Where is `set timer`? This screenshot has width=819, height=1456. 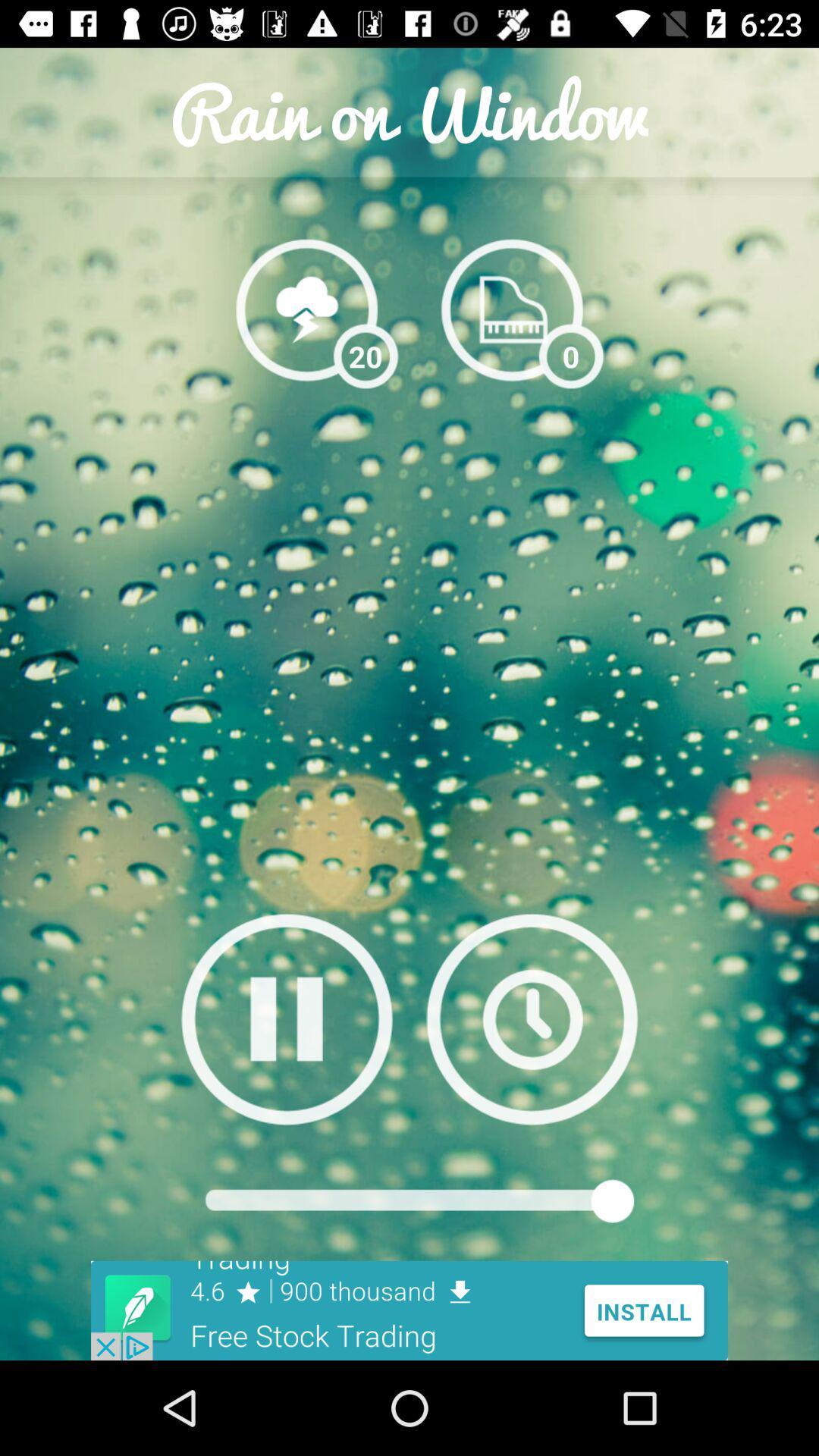 set timer is located at coordinates (531, 1018).